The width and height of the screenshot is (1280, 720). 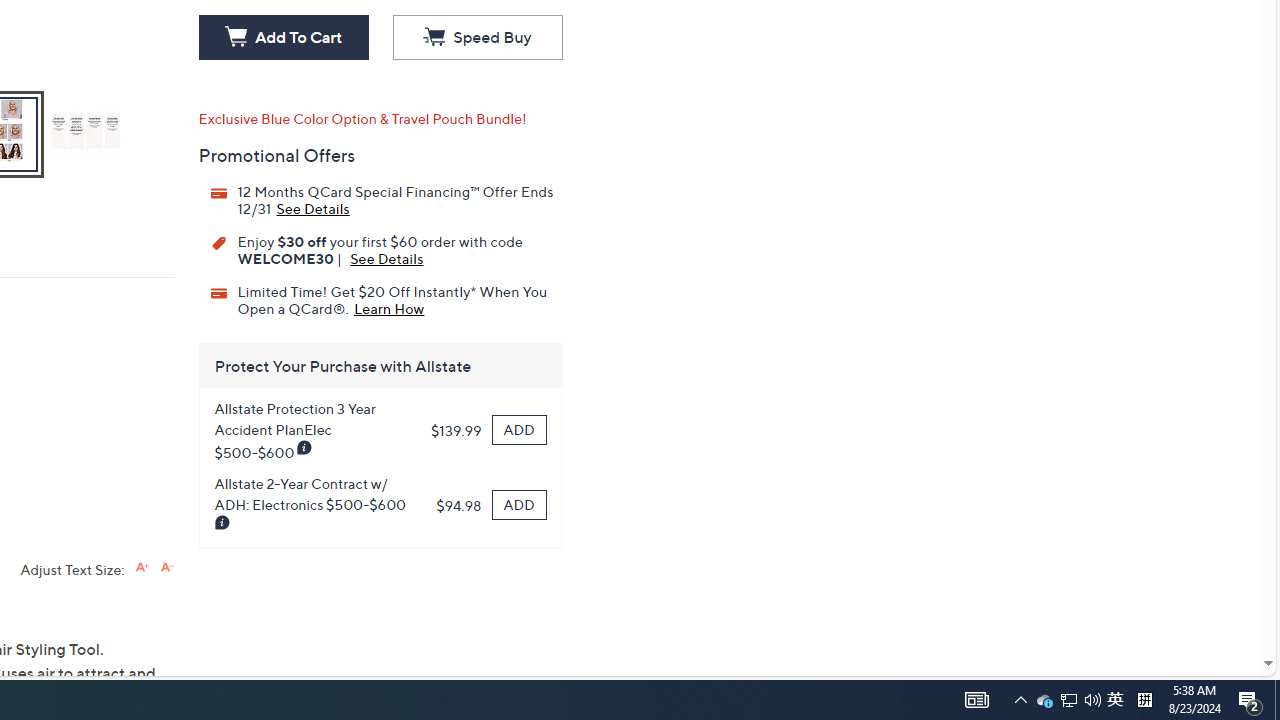 I want to click on 'Increase font size', so click(x=141, y=567).